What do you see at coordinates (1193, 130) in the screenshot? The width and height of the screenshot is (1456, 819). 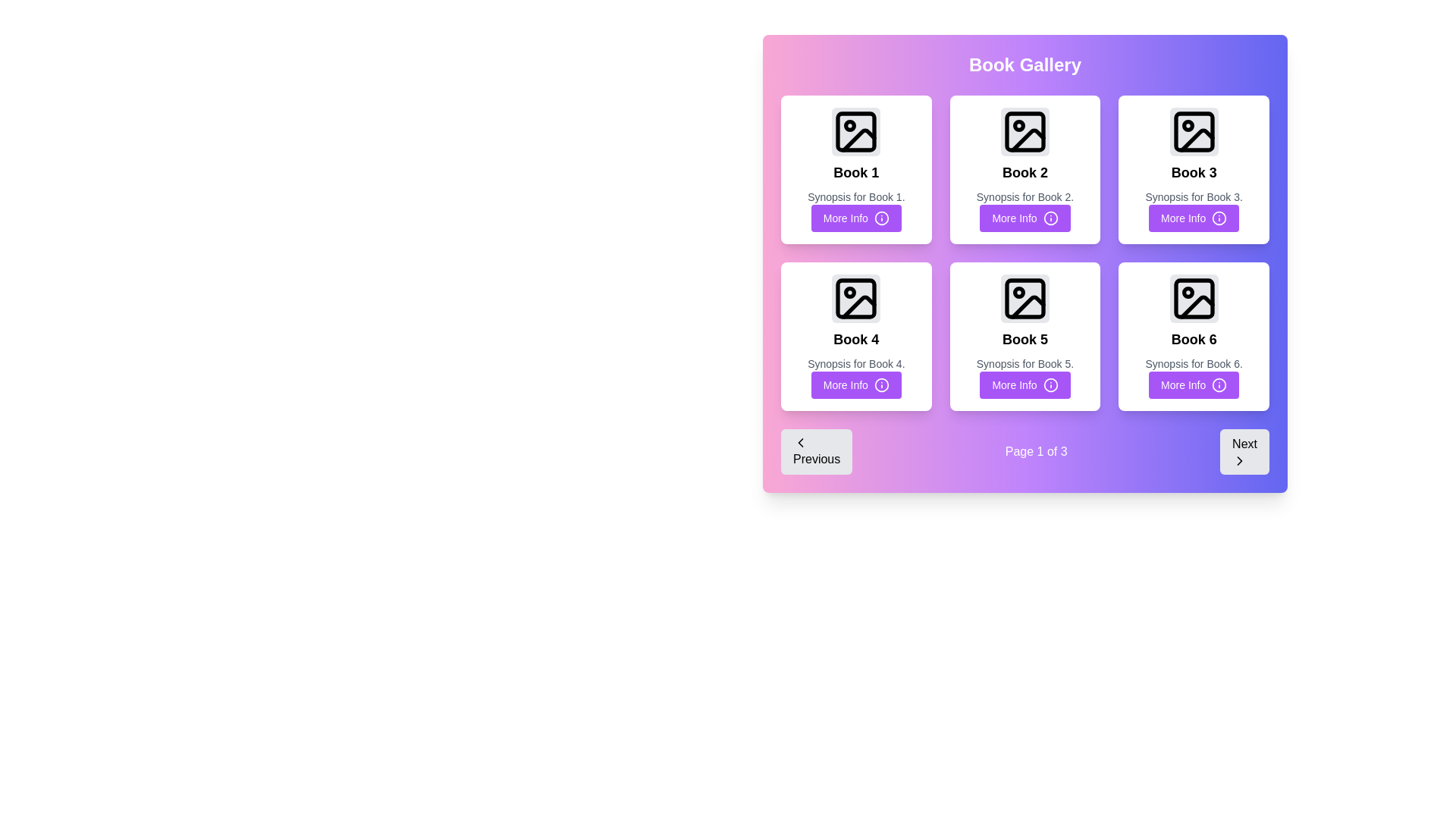 I see `the rounded rectangle inside the image icon of the 'Book 3' card located in the top-right corner of the 3x2 grid of book cards` at bounding box center [1193, 130].